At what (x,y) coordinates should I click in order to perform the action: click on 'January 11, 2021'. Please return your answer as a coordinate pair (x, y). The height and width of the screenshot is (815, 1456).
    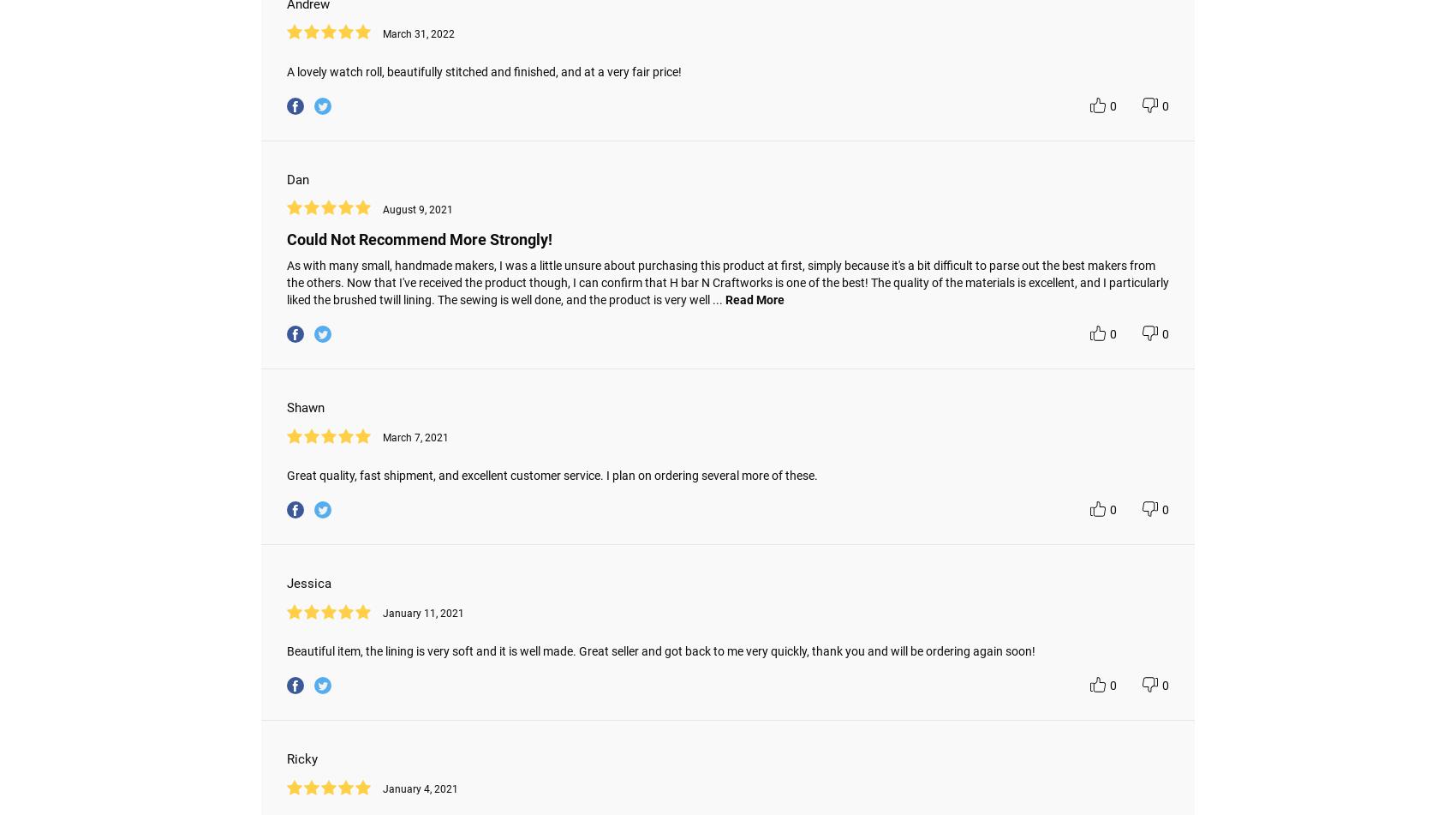
    Looking at the image, I should click on (423, 613).